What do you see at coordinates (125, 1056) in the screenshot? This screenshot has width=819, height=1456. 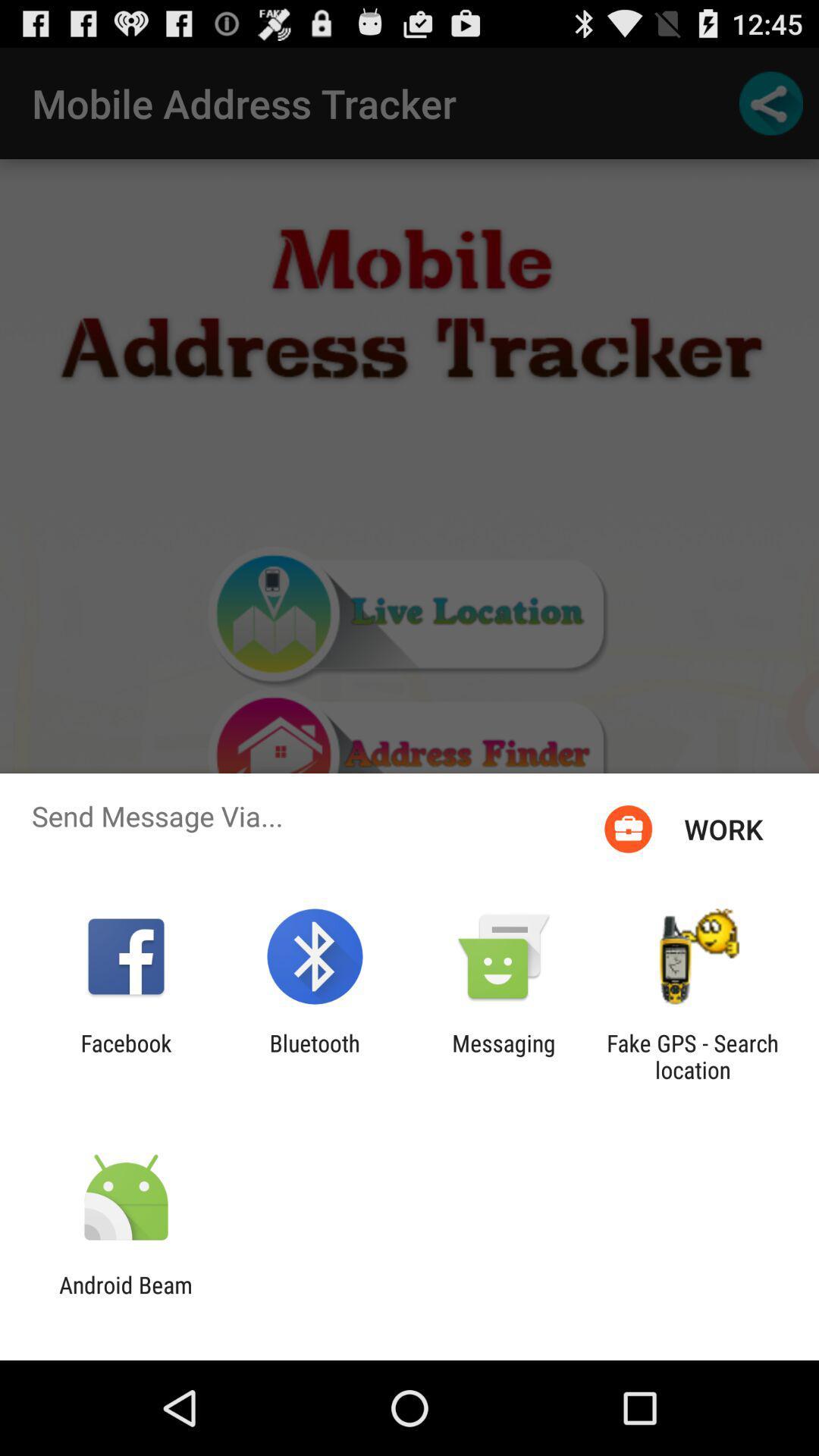 I see `app to the left of the bluetooth` at bounding box center [125, 1056].